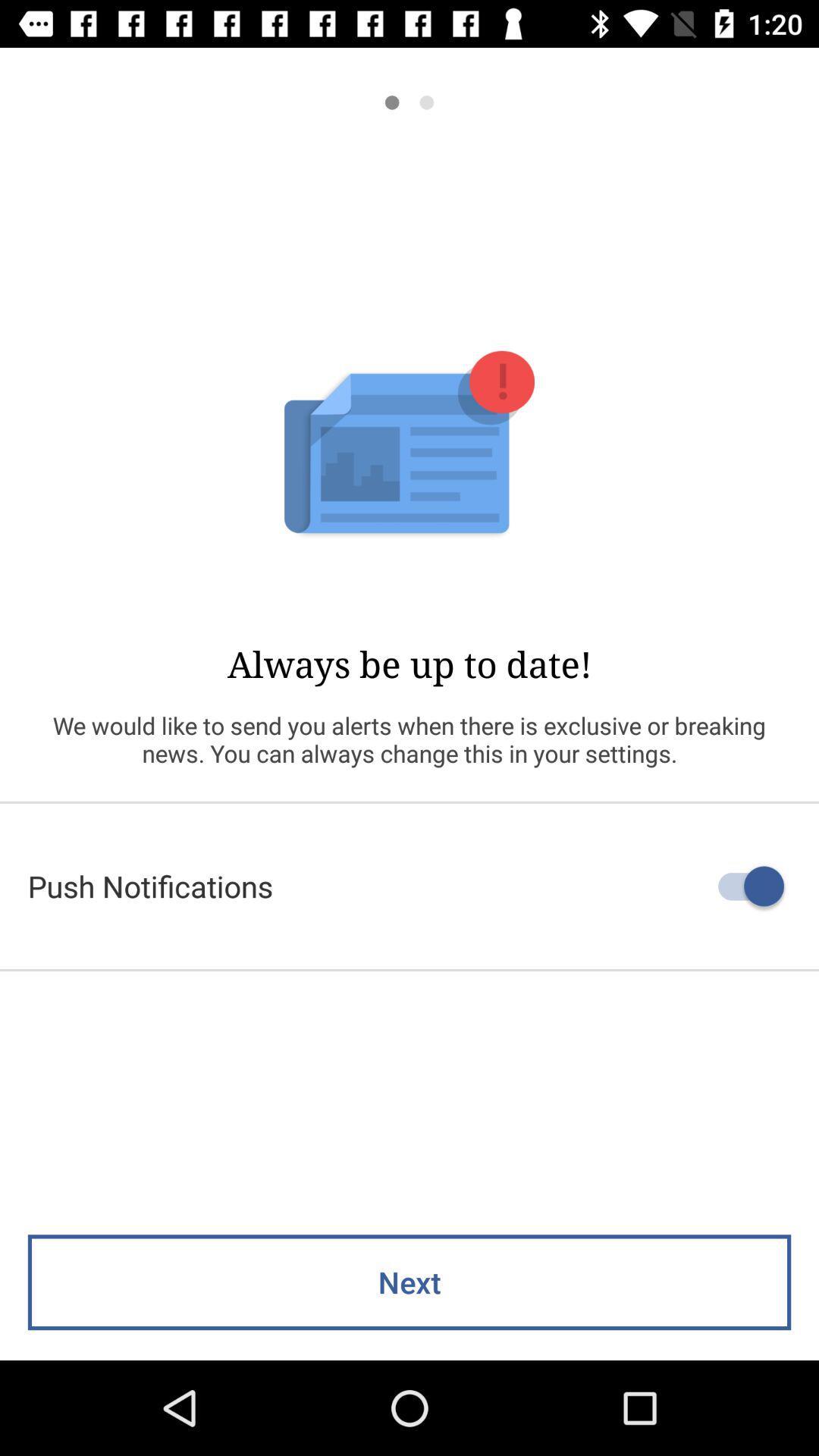 The image size is (819, 1456). What do you see at coordinates (409, 1282) in the screenshot?
I see `next item` at bounding box center [409, 1282].